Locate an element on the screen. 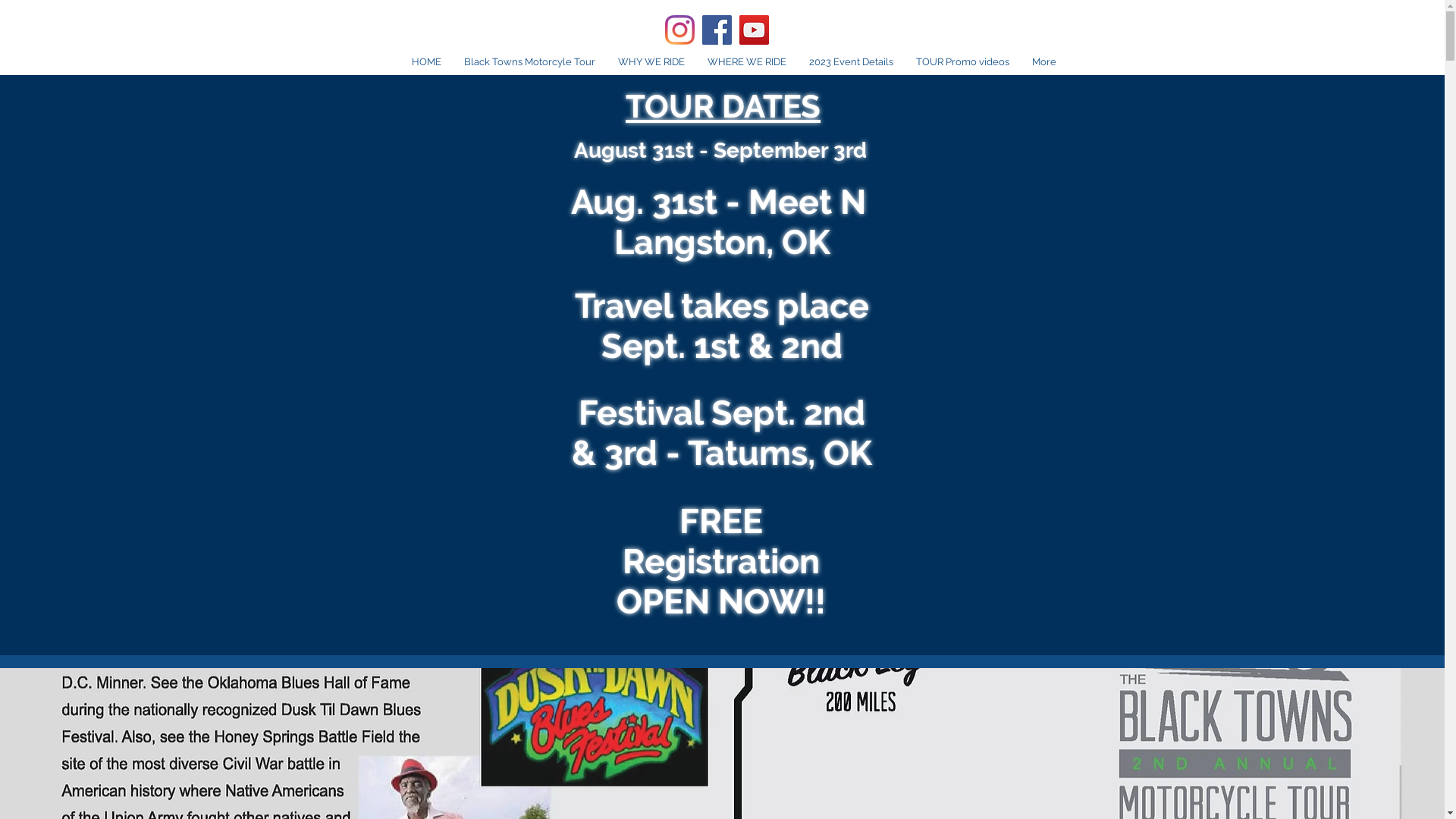  'Festival Sept. 2nd & 3rd - Tatums, OK' is located at coordinates (720, 432).